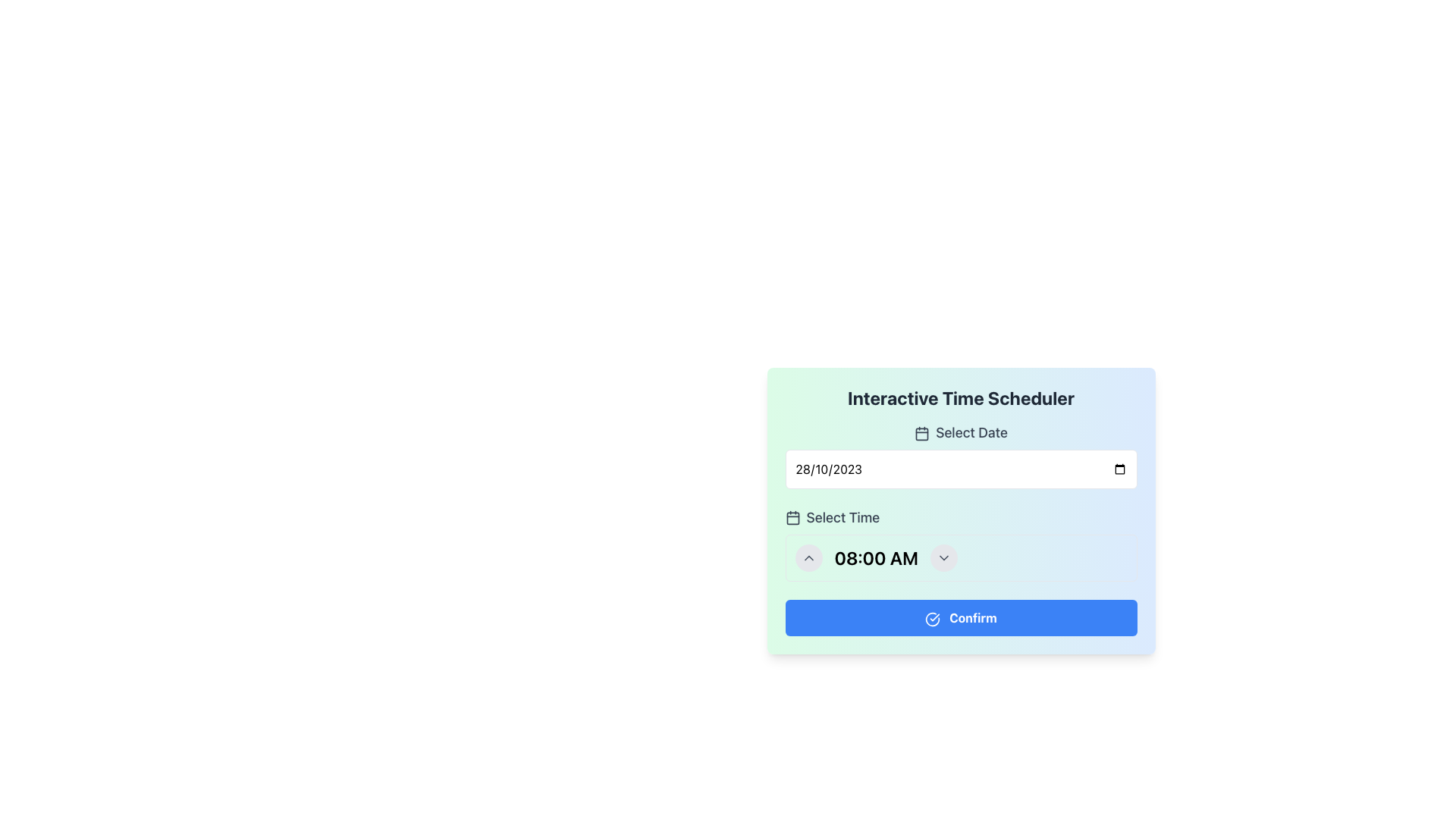 This screenshot has height=819, width=1456. I want to click on the 'Confirm' button with a blue background and rounded corners located at the bottom of the form to confirm choices or submit the form, so click(960, 617).